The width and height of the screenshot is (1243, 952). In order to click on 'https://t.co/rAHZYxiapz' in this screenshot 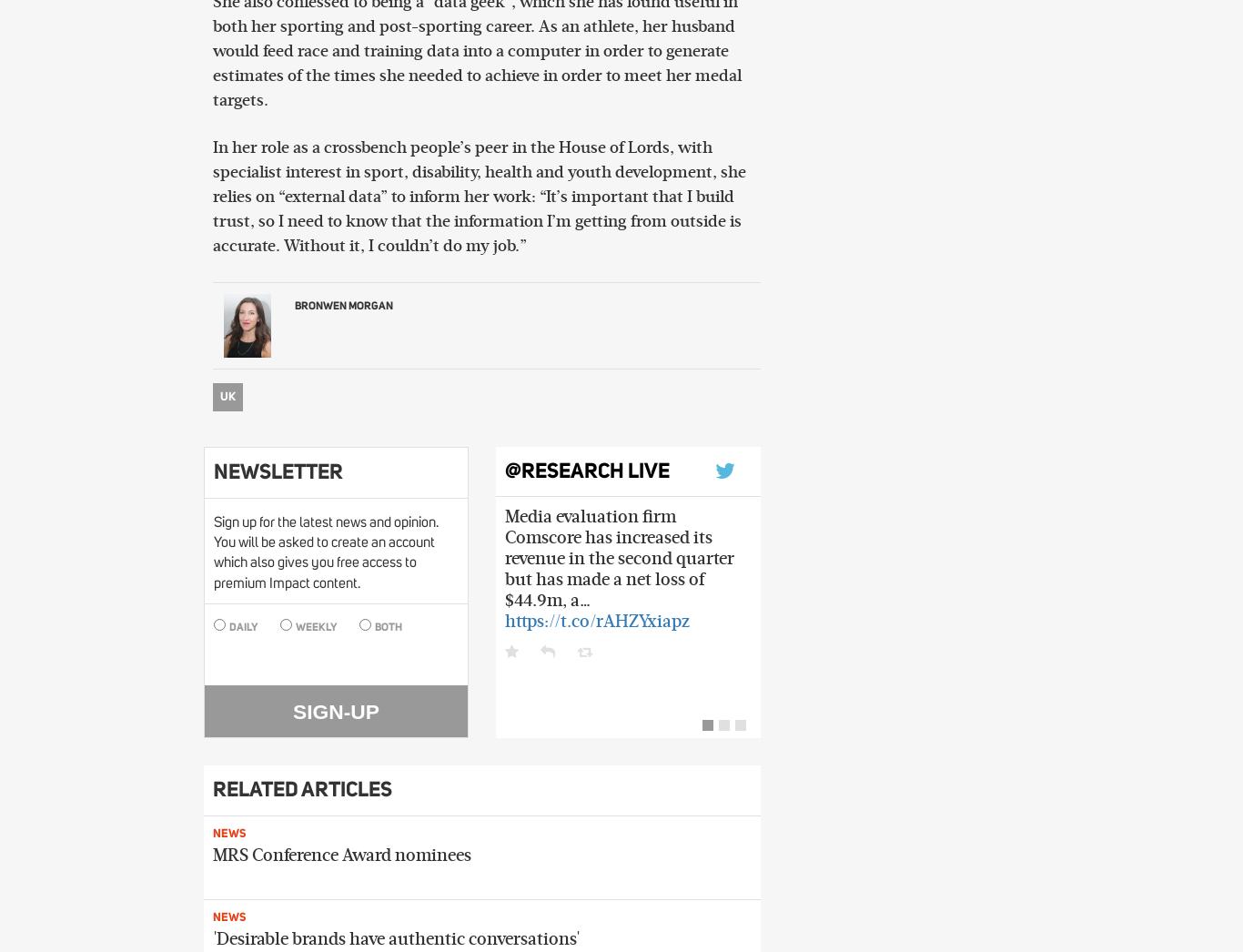, I will do `click(504, 622)`.